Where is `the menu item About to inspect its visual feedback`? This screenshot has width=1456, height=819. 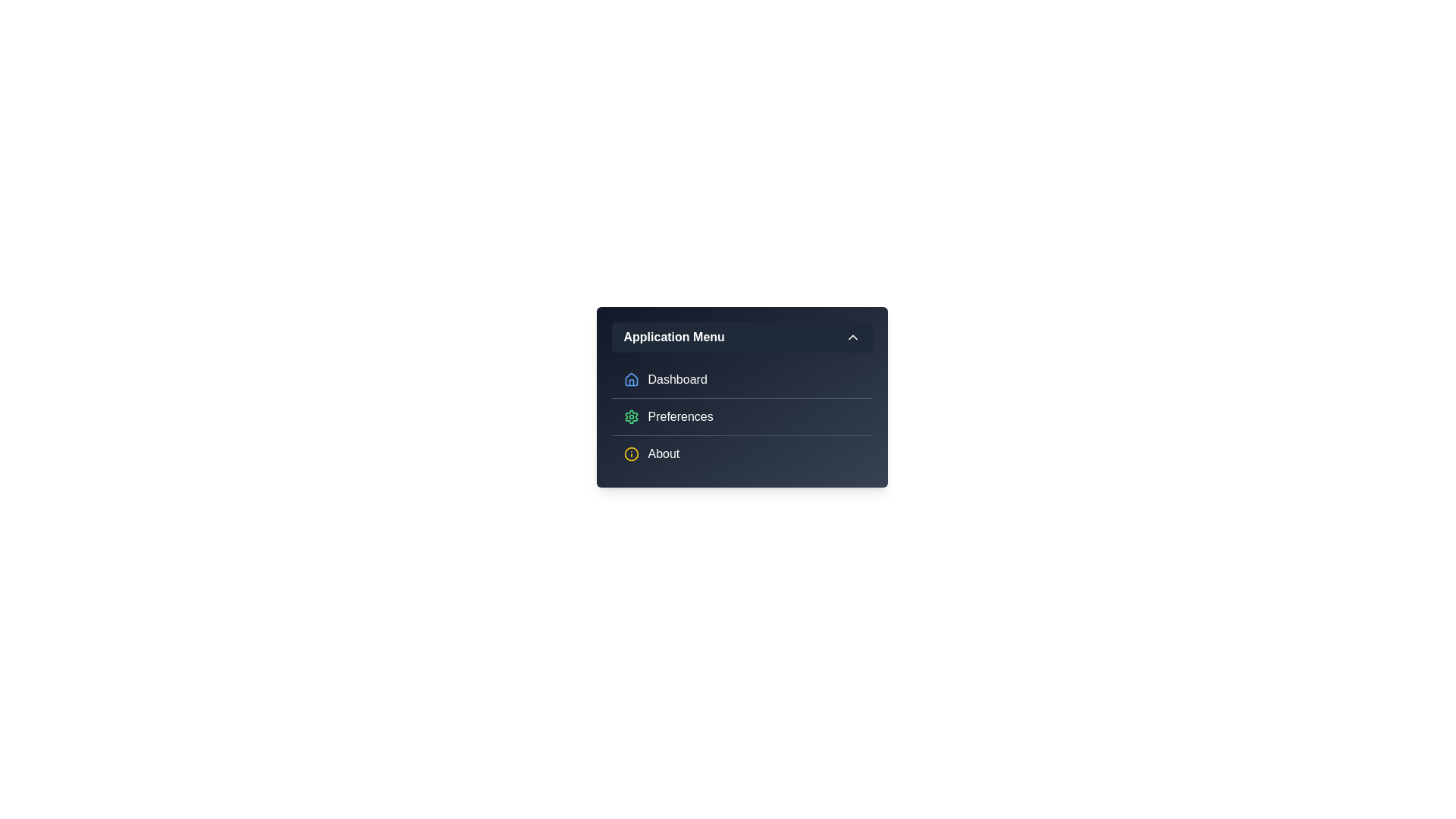
the menu item About to inspect its visual feedback is located at coordinates (742, 453).